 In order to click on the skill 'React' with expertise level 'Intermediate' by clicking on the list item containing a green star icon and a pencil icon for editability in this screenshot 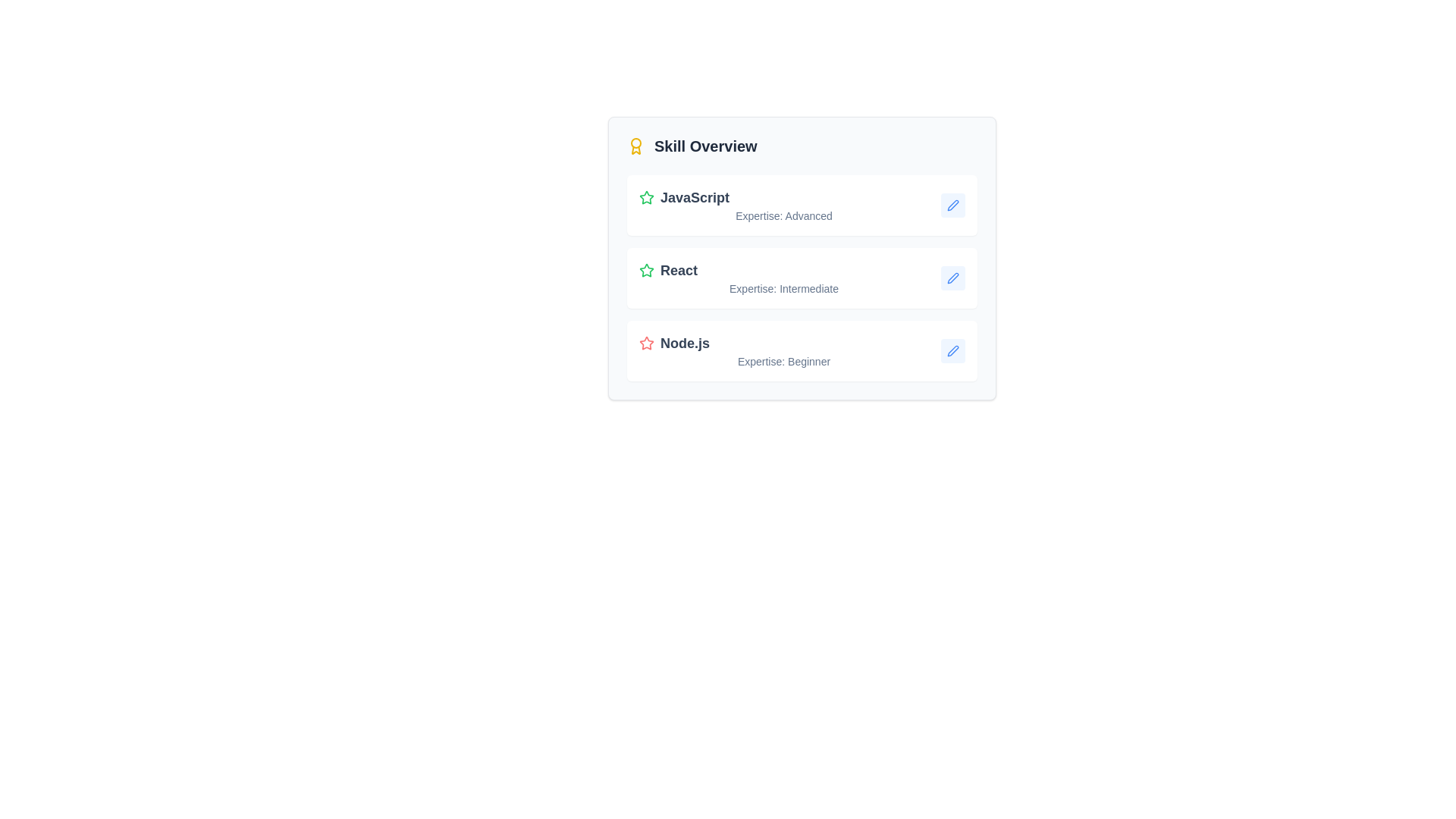, I will do `click(801, 278)`.